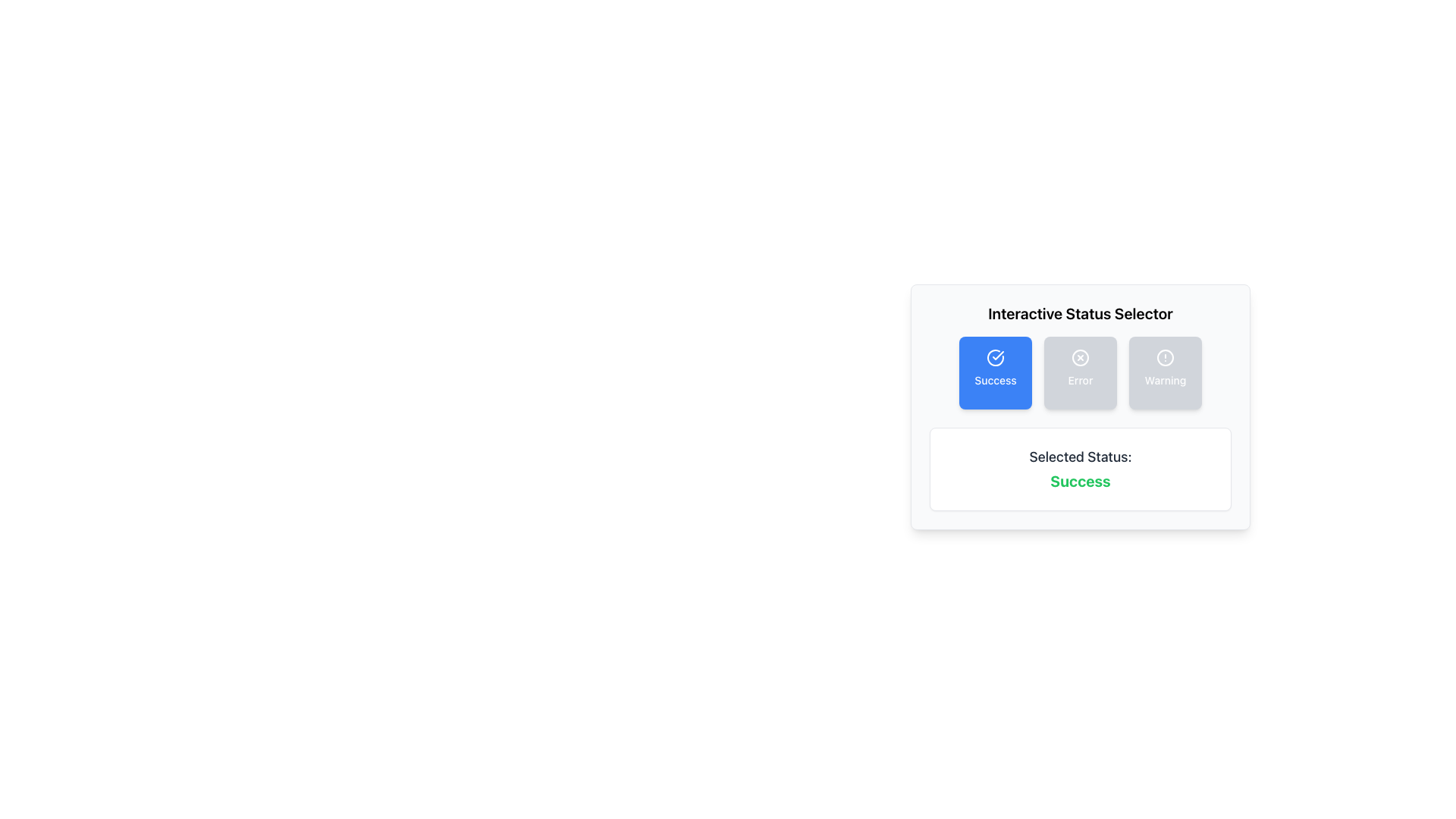 The width and height of the screenshot is (1456, 819). What do you see at coordinates (1080, 373) in the screenshot?
I see `the 'Error' status button in the 'Interactive Status Selector'` at bounding box center [1080, 373].